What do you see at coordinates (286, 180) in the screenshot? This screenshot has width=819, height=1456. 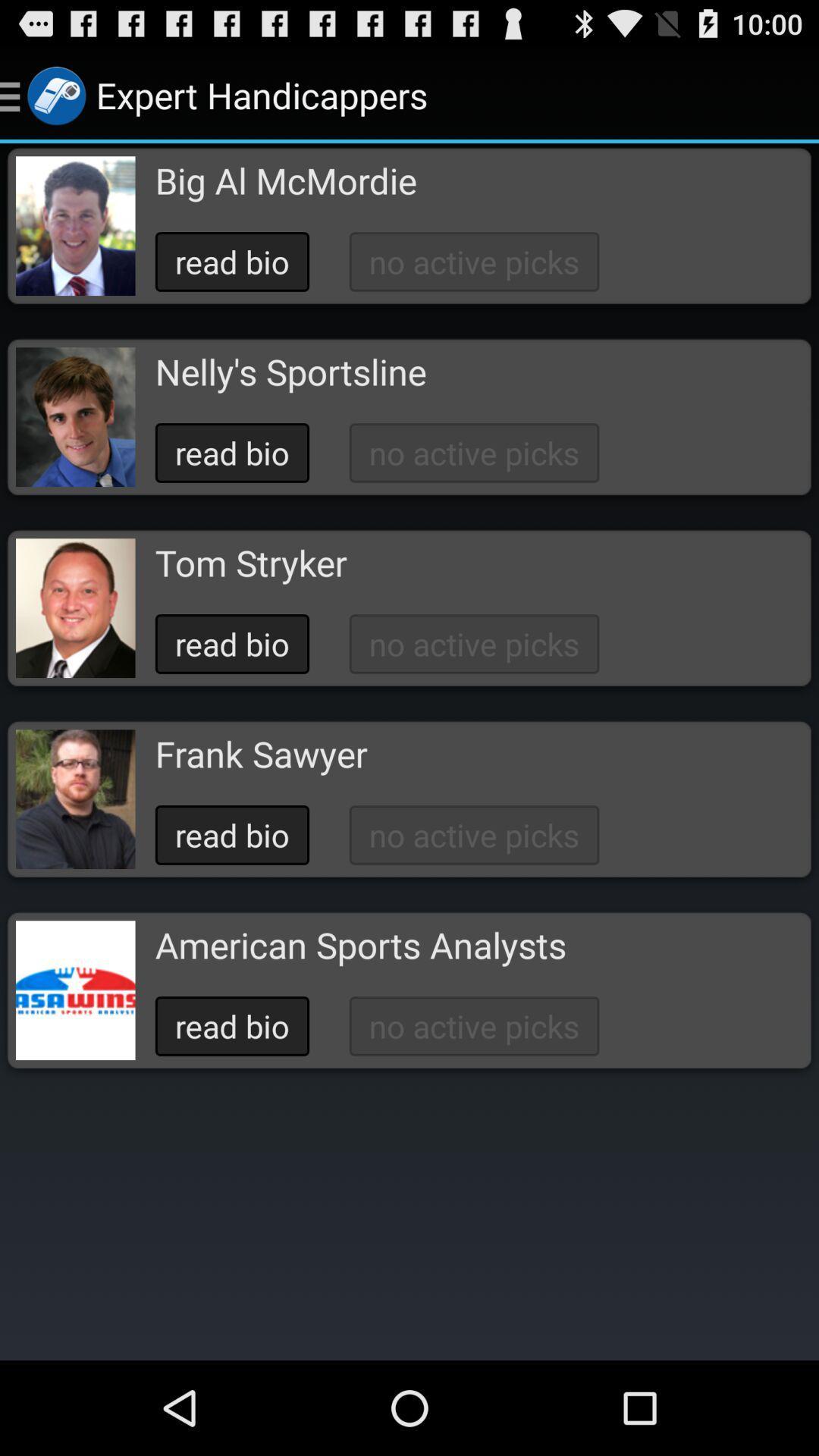 I see `big al mcmordie item` at bounding box center [286, 180].